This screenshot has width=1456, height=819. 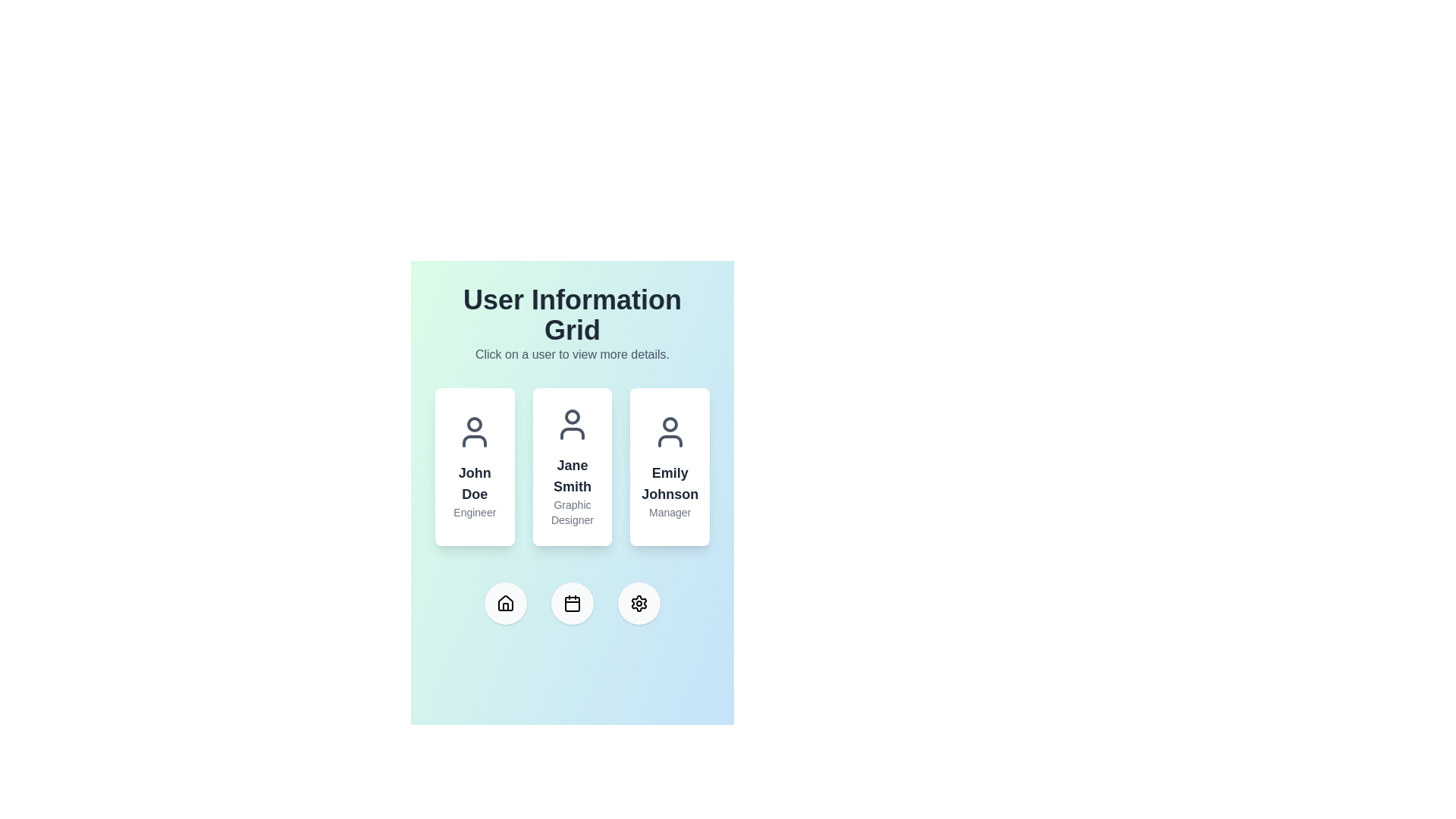 What do you see at coordinates (639, 602) in the screenshot?
I see `the settings button, which is the third circular button from the left in a row of three at the bottom center of the interface` at bounding box center [639, 602].